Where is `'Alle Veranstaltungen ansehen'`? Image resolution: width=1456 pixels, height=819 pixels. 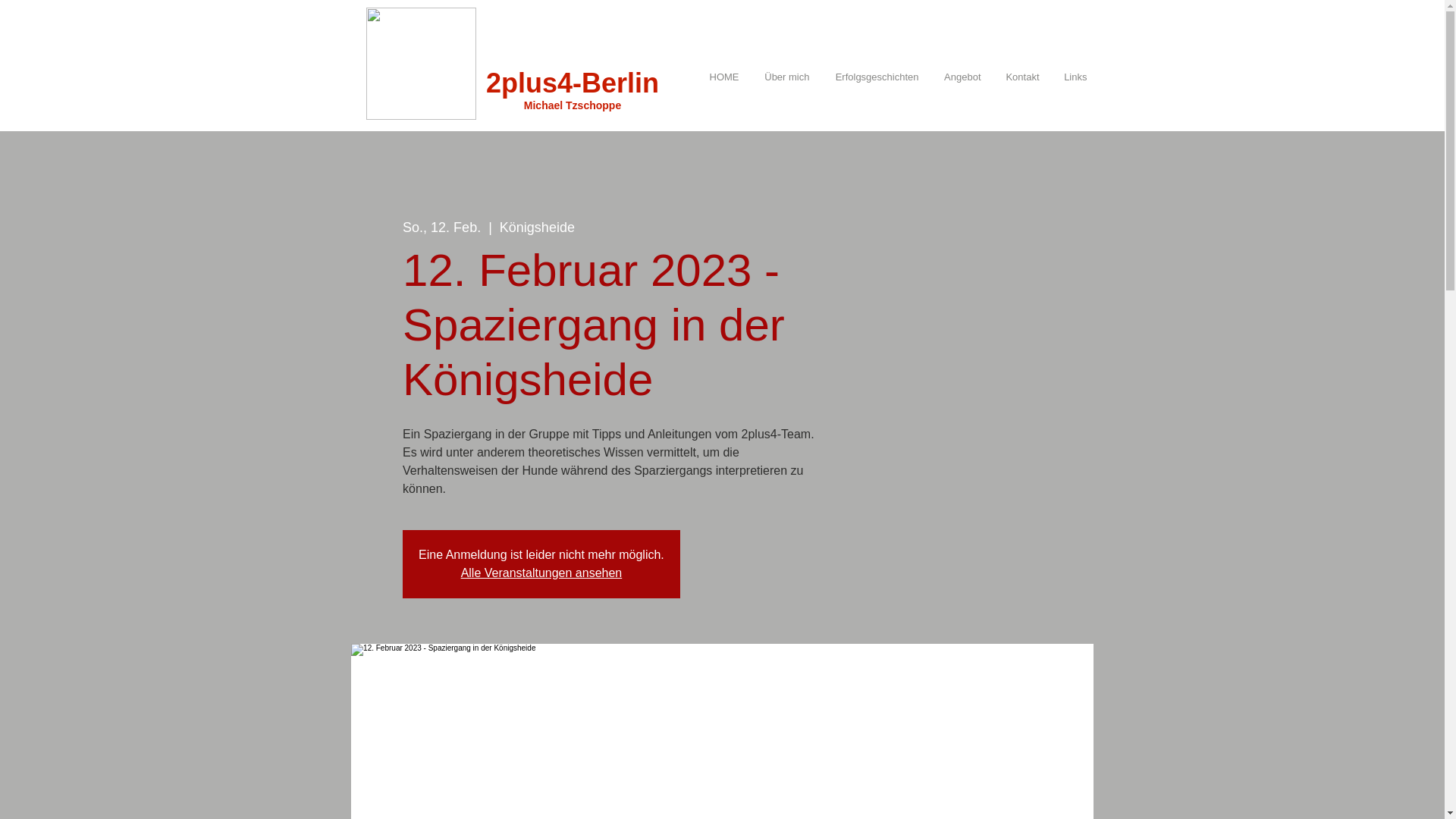
'Alle Veranstaltungen ansehen' is located at coordinates (541, 573).